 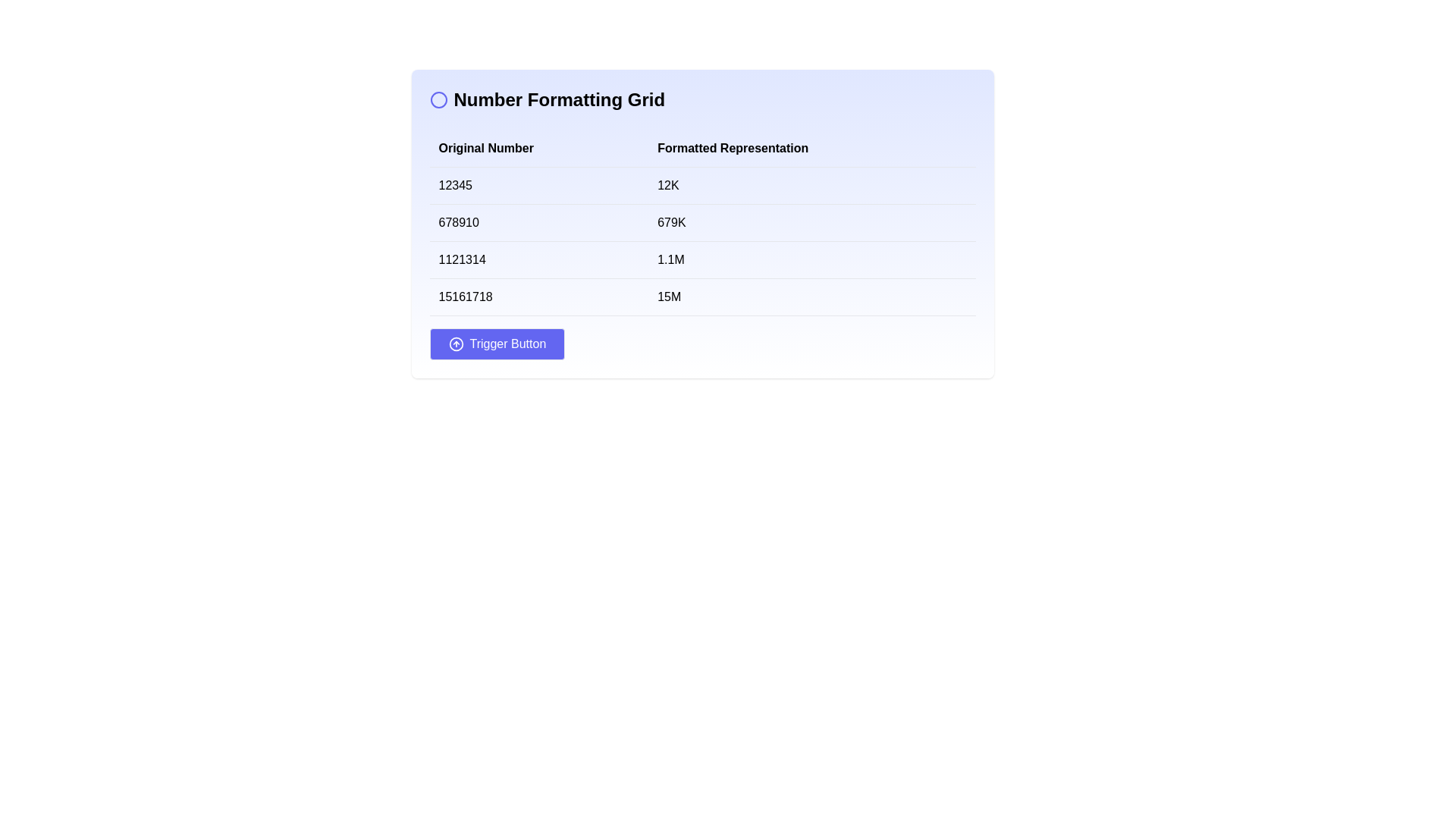 What do you see at coordinates (438, 99) in the screenshot?
I see `the decorative icon located to the immediate left of the 'Number Formatting Grid' heading` at bounding box center [438, 99].